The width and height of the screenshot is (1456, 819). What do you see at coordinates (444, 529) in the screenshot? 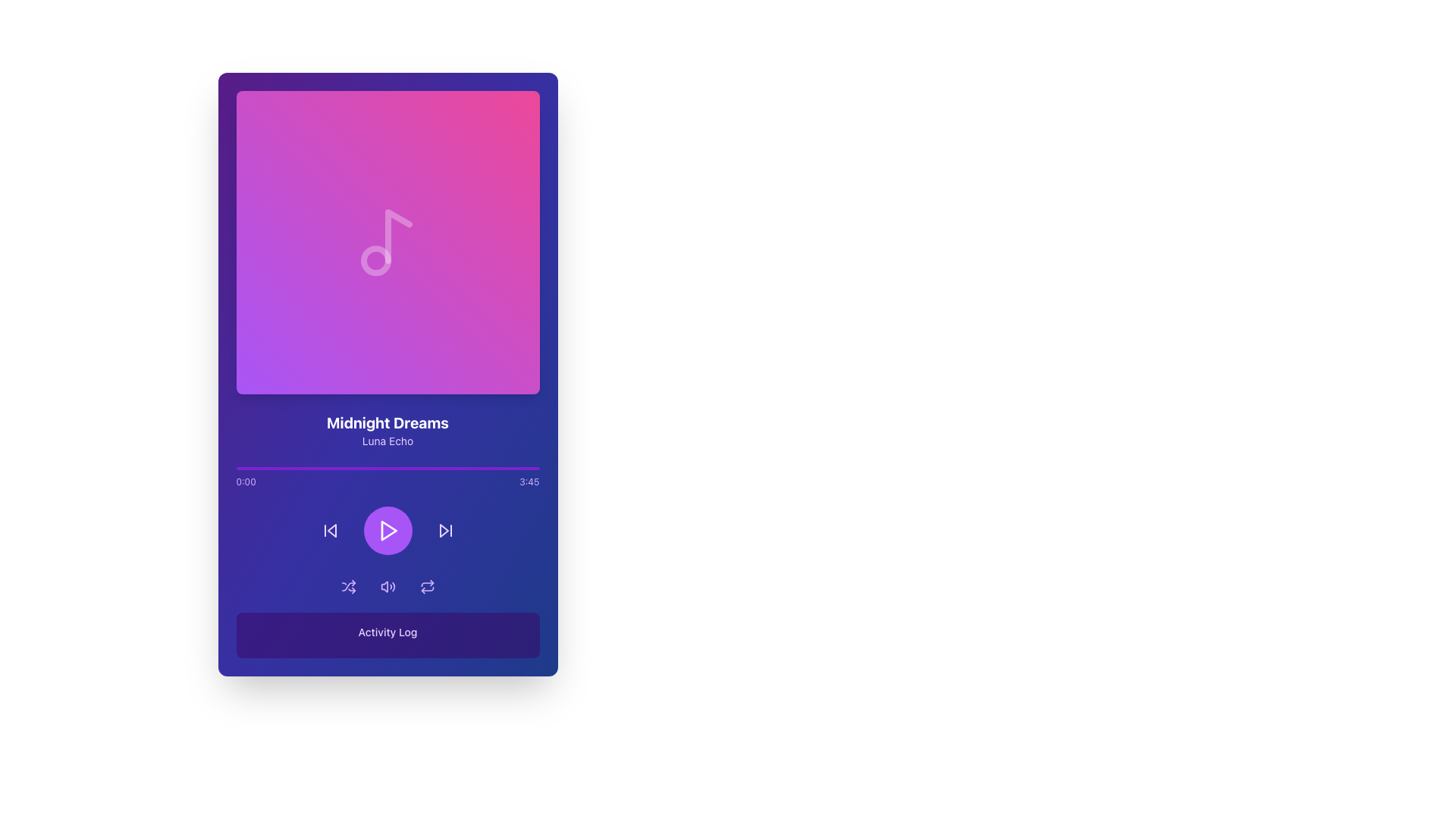
I see `the purple-themed skip forward button, which features a white 'skip forward' icon with a right-facing triangle and a vertical bar, located immediately to the right of the central play button` at bounding box center [444, 529].